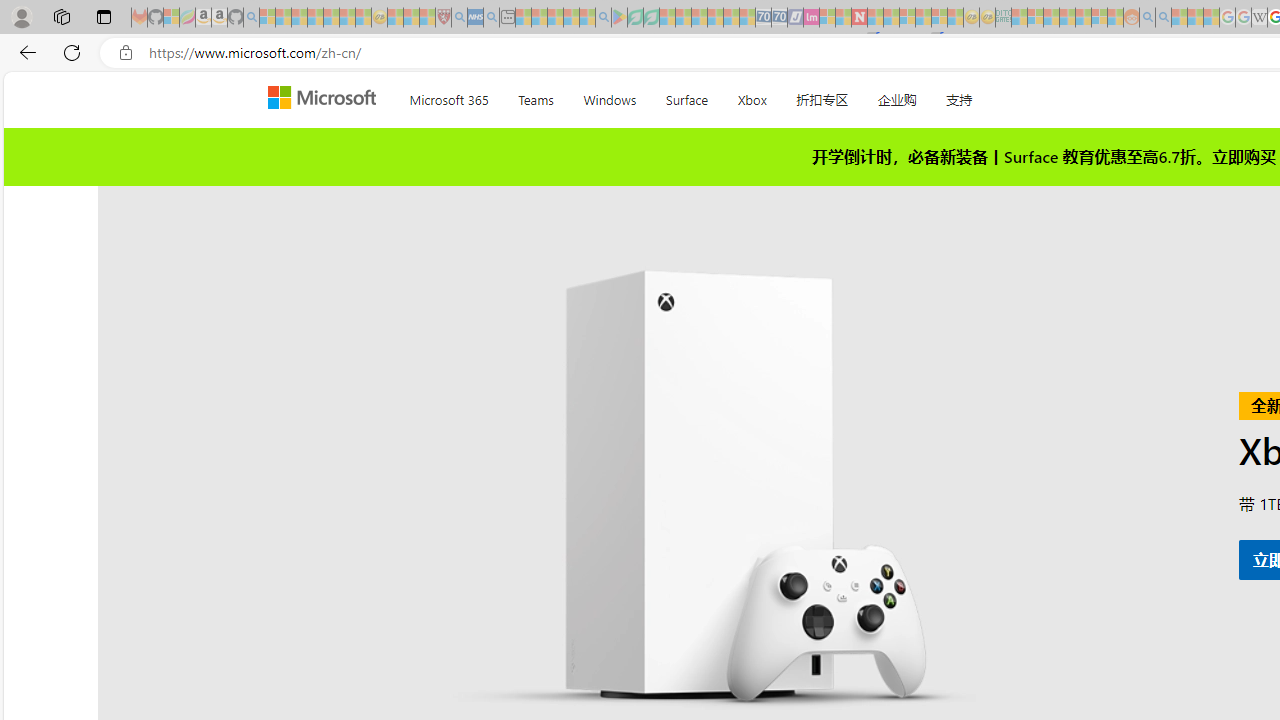 Image resolution: width=1280 pixels, height=720 pixels. I want to click on 'Utah sues federal government - Search - Sleeping', so click(1163, 17).